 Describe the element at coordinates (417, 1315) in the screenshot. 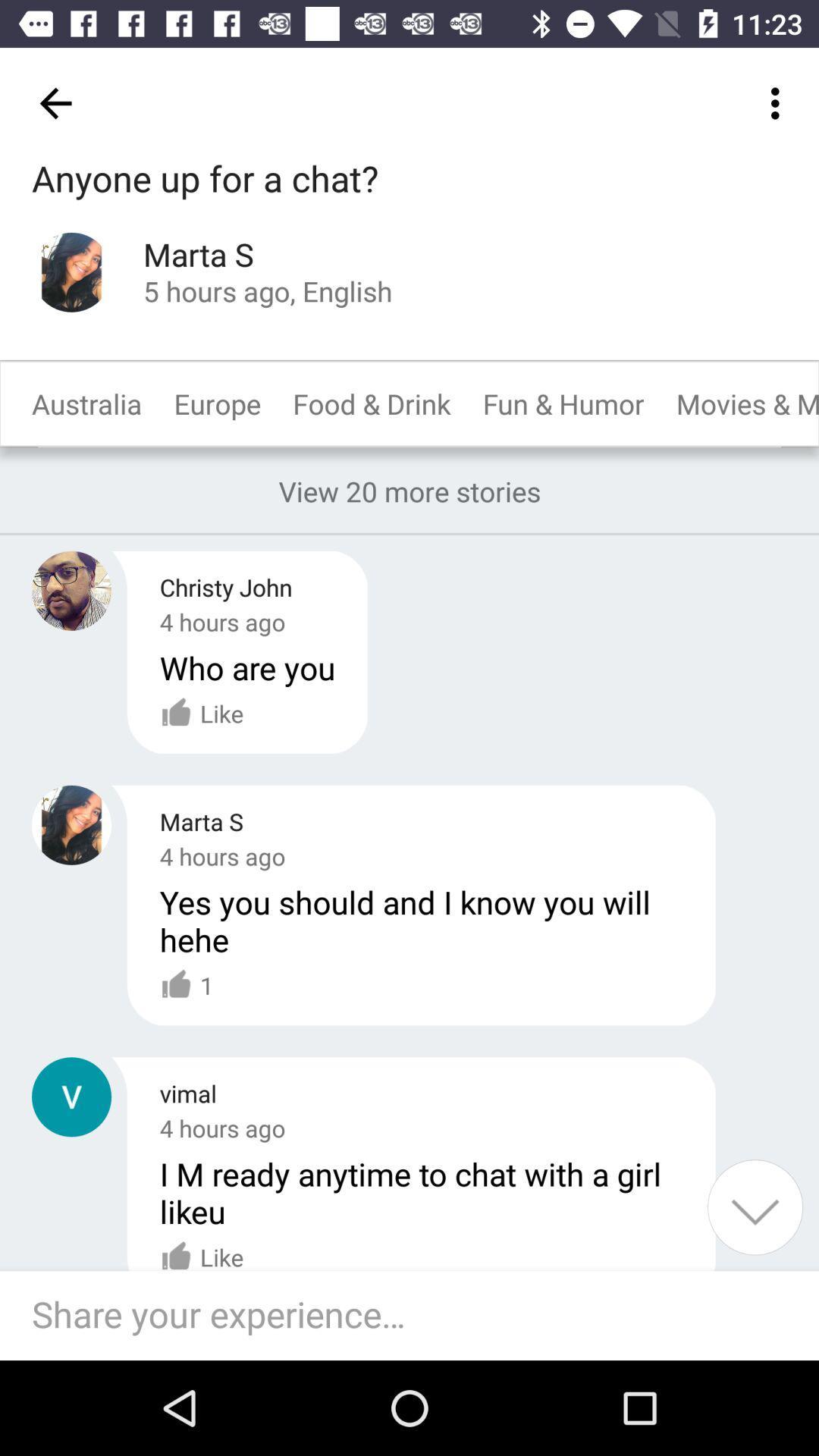

I see `type comment` at that location.